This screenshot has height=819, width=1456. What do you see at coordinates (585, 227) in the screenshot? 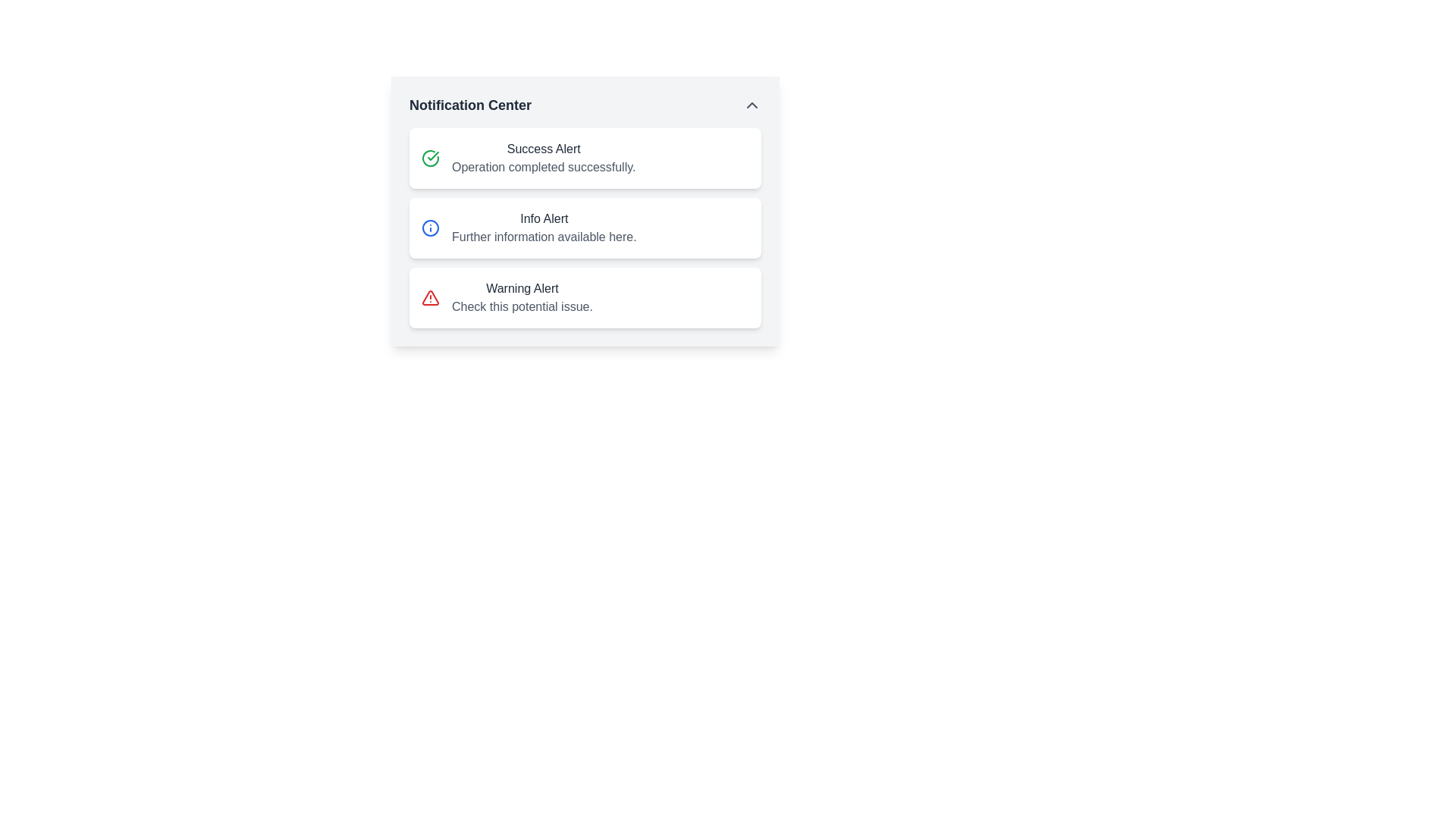
I see `the 'Info Alert' in the Informational Alert section to see more details about the alert message stating 'Further information available here.'` at bounding box center [585, 227].